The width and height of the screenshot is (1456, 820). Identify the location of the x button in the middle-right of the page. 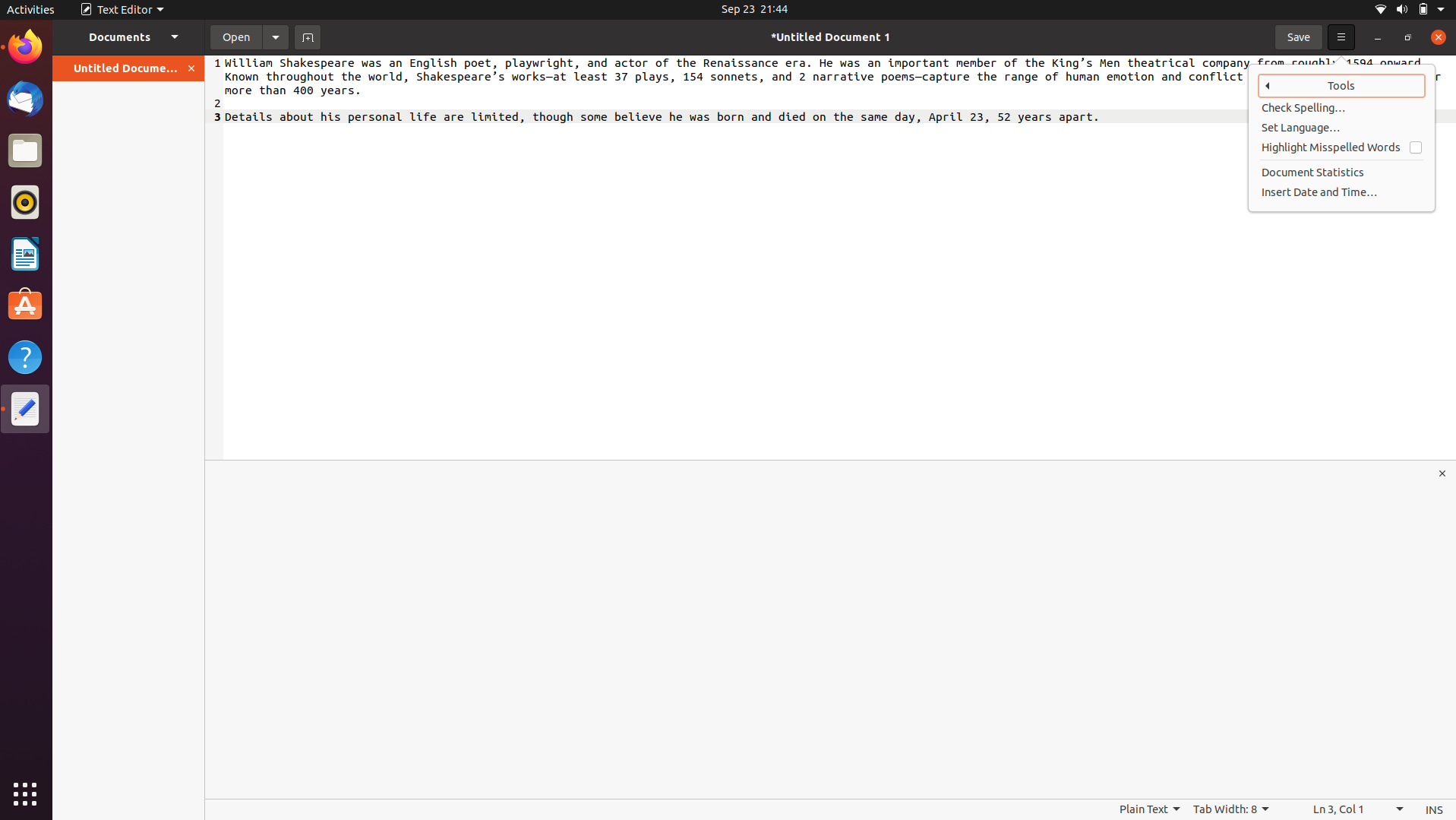
(1443, 473).